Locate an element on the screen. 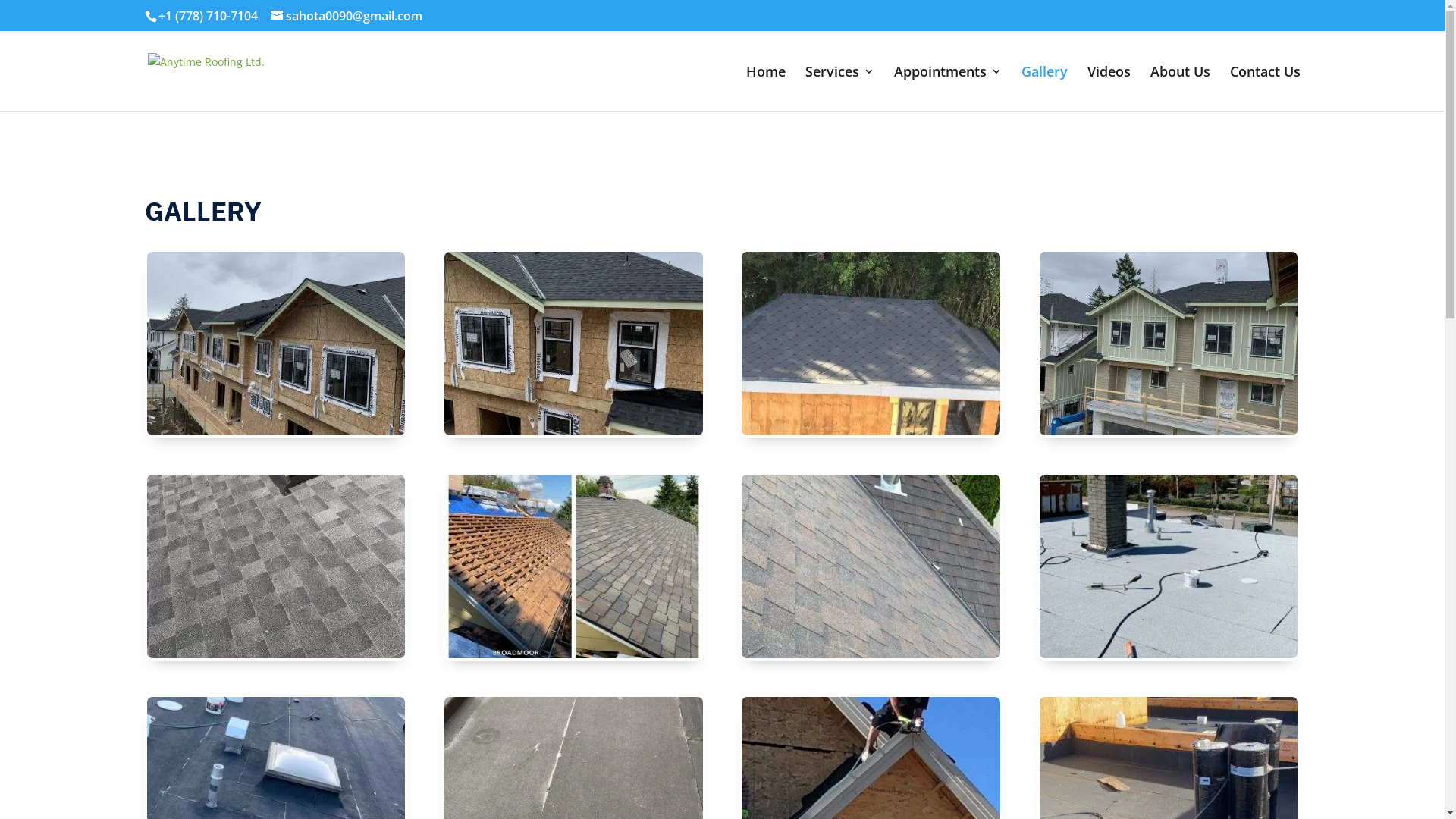 The image size is (1456, 819). 'Contact Us' is located at coordinates (1265, 88).